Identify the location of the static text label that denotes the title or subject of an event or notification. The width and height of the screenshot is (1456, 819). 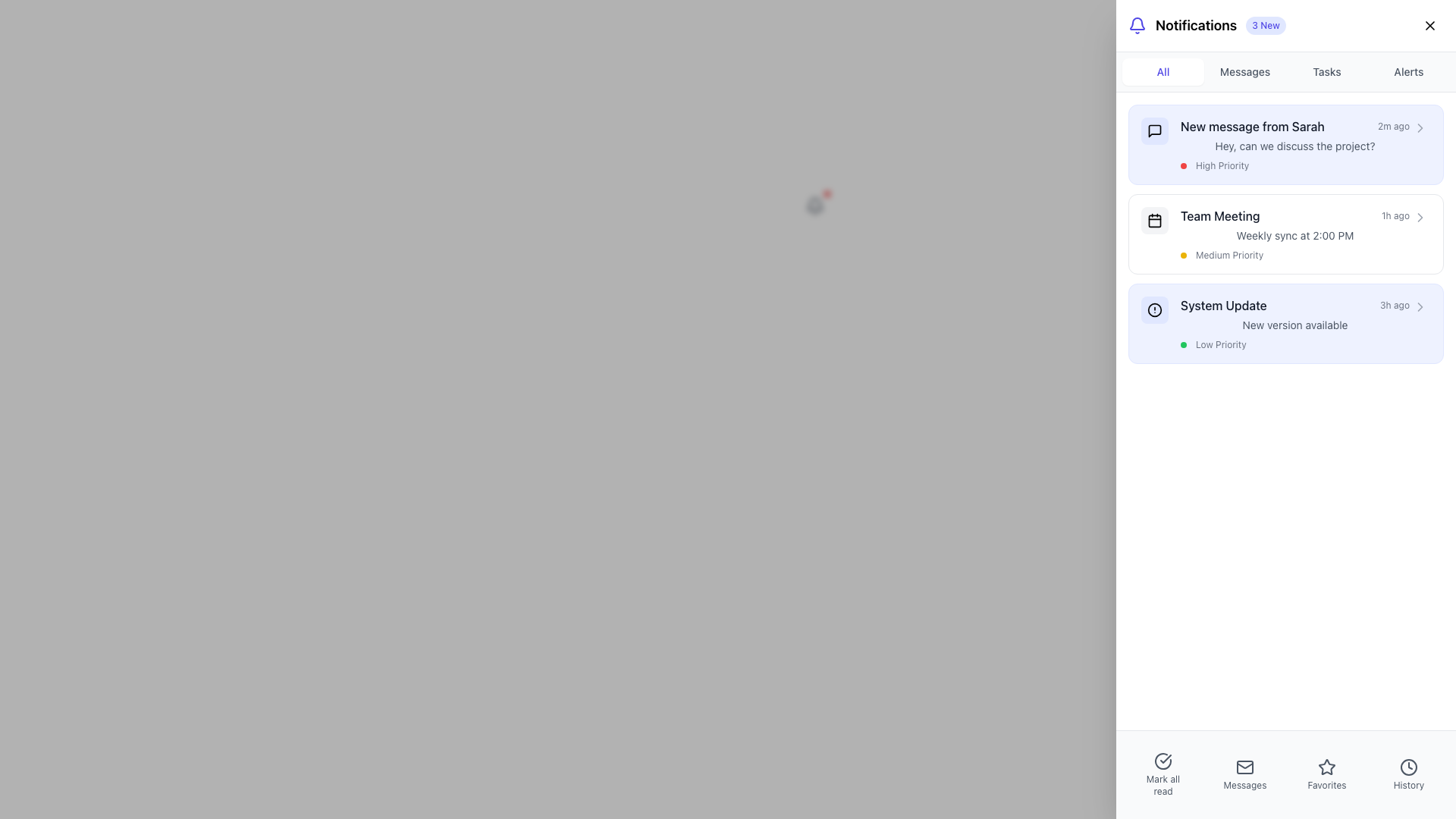
(1219, 216).